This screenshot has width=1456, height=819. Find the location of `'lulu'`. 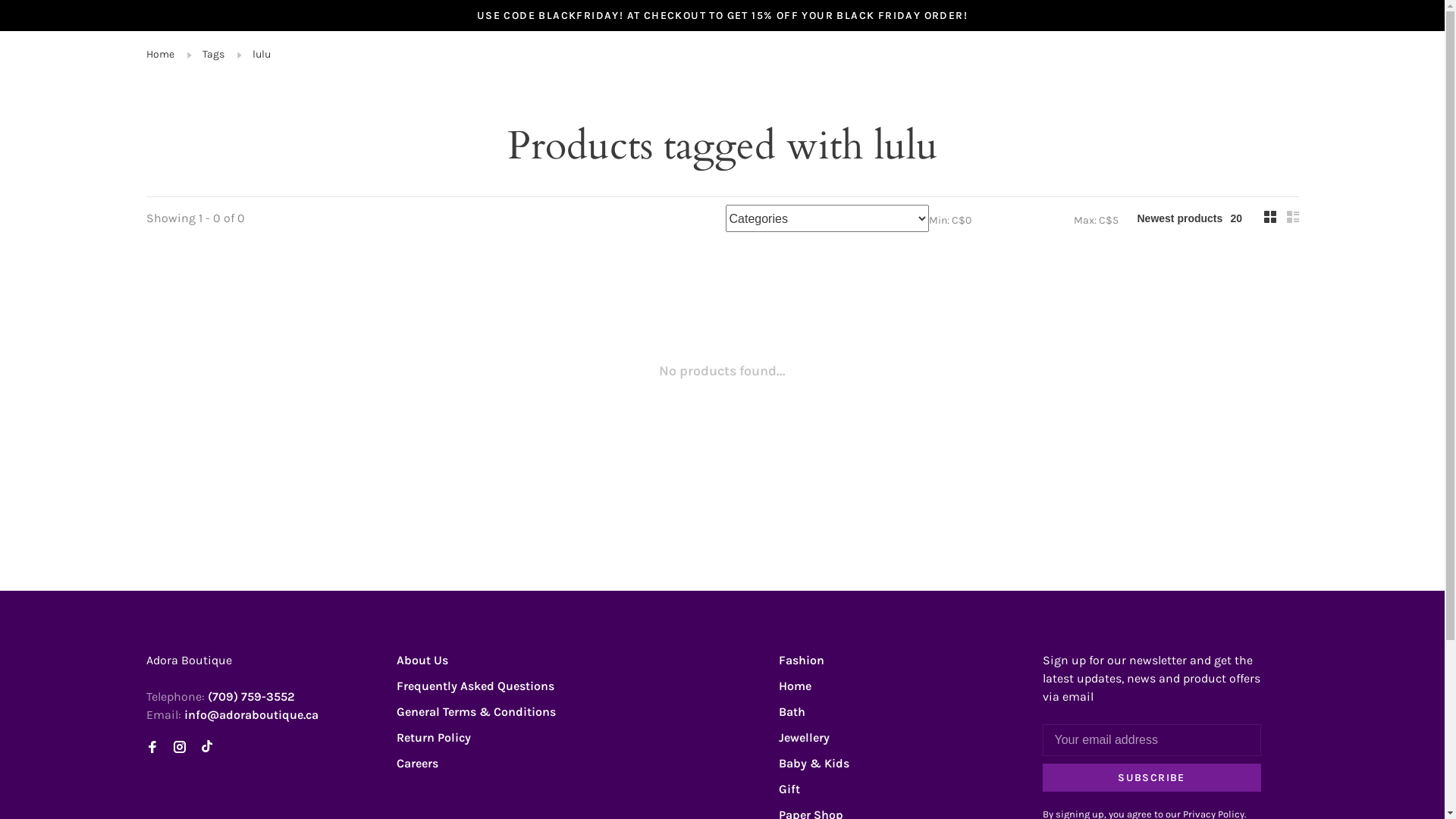

'lulu' is located at coordinates (261, 53).